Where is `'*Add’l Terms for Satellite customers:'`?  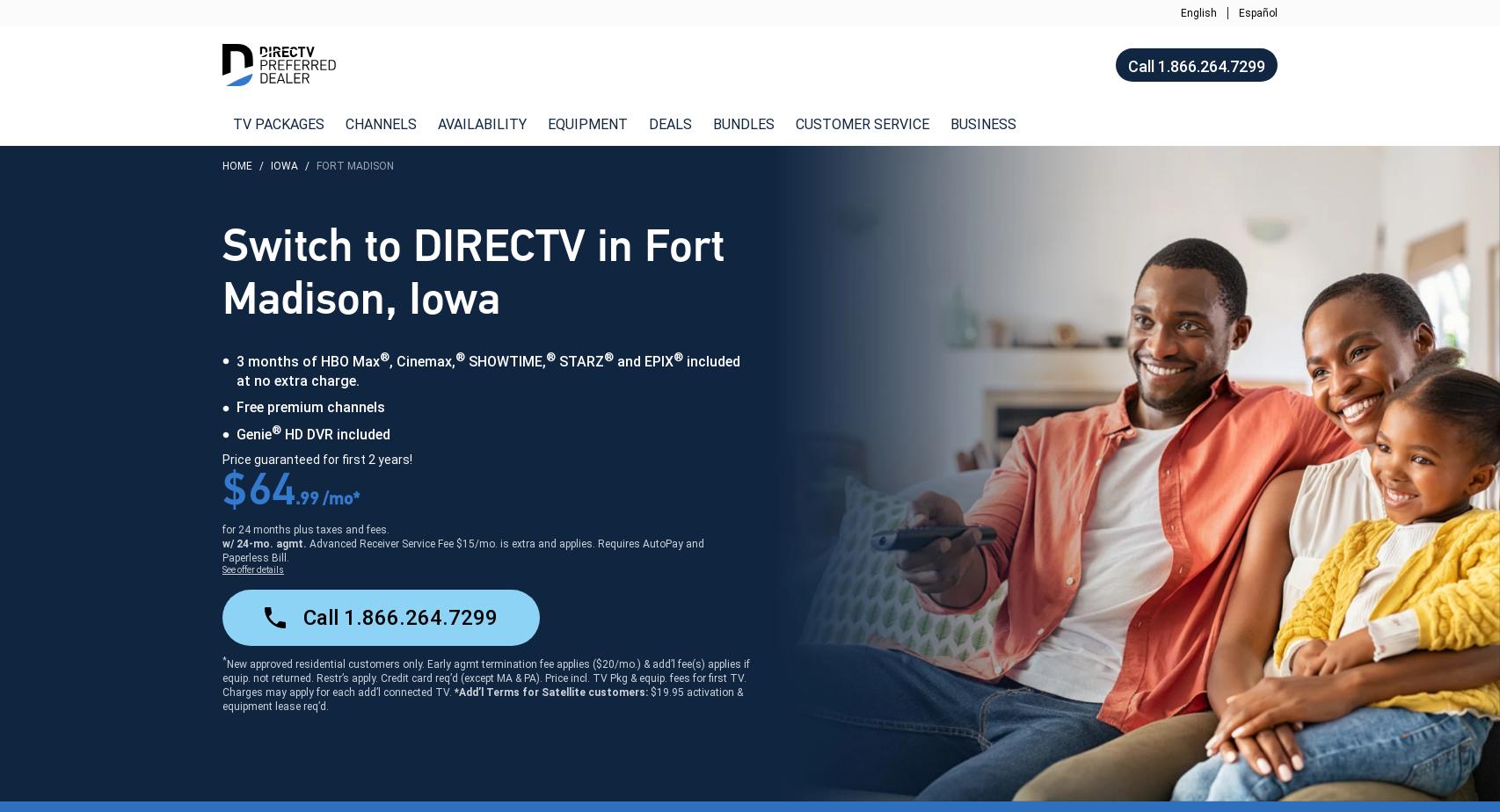
'*Add’l Terms for Satellite customers:' is located at coordinates (551, 691).